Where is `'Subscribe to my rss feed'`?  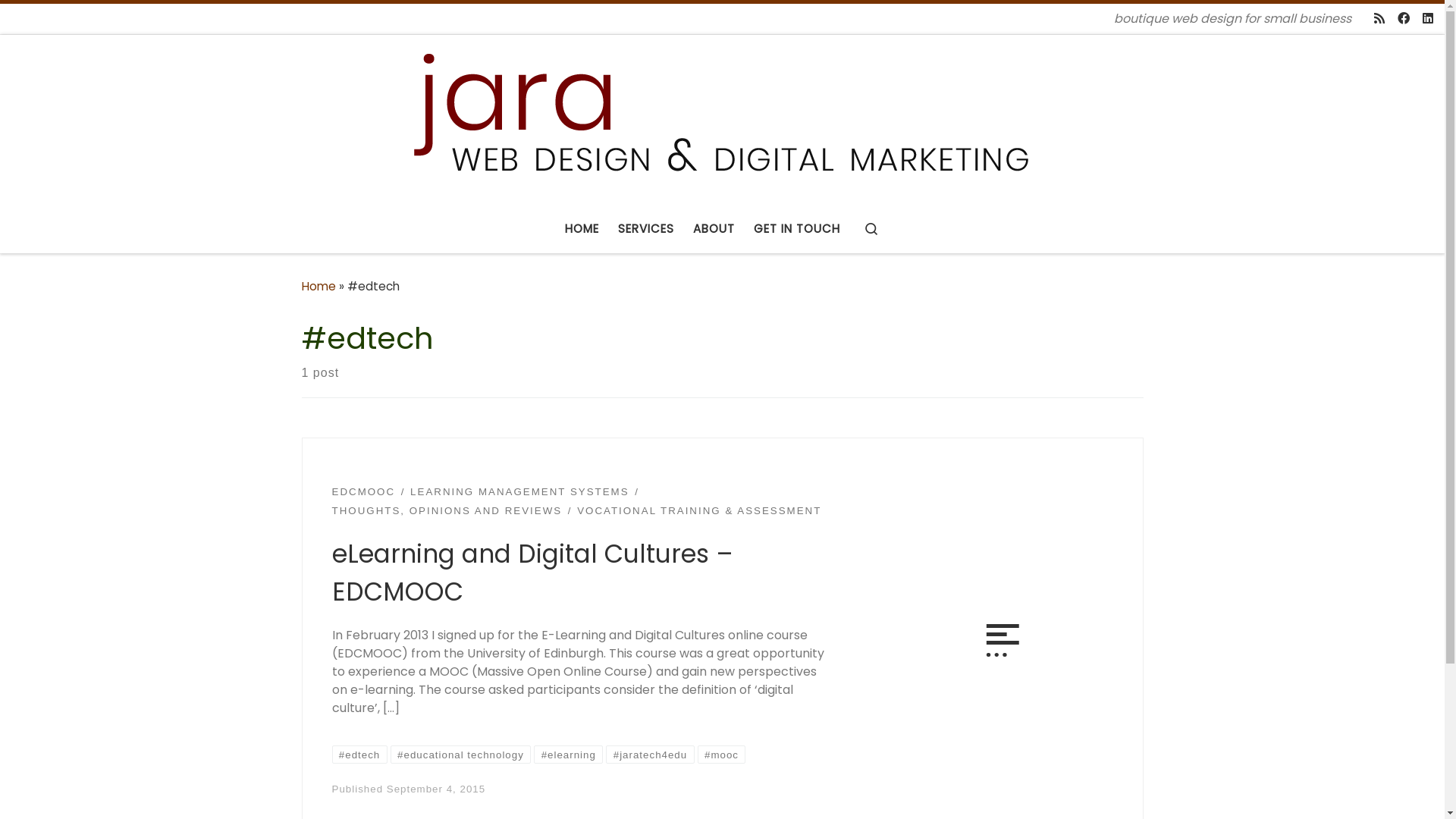
'Subscribe to my rss feed' is located at coordinates (1373, 19).